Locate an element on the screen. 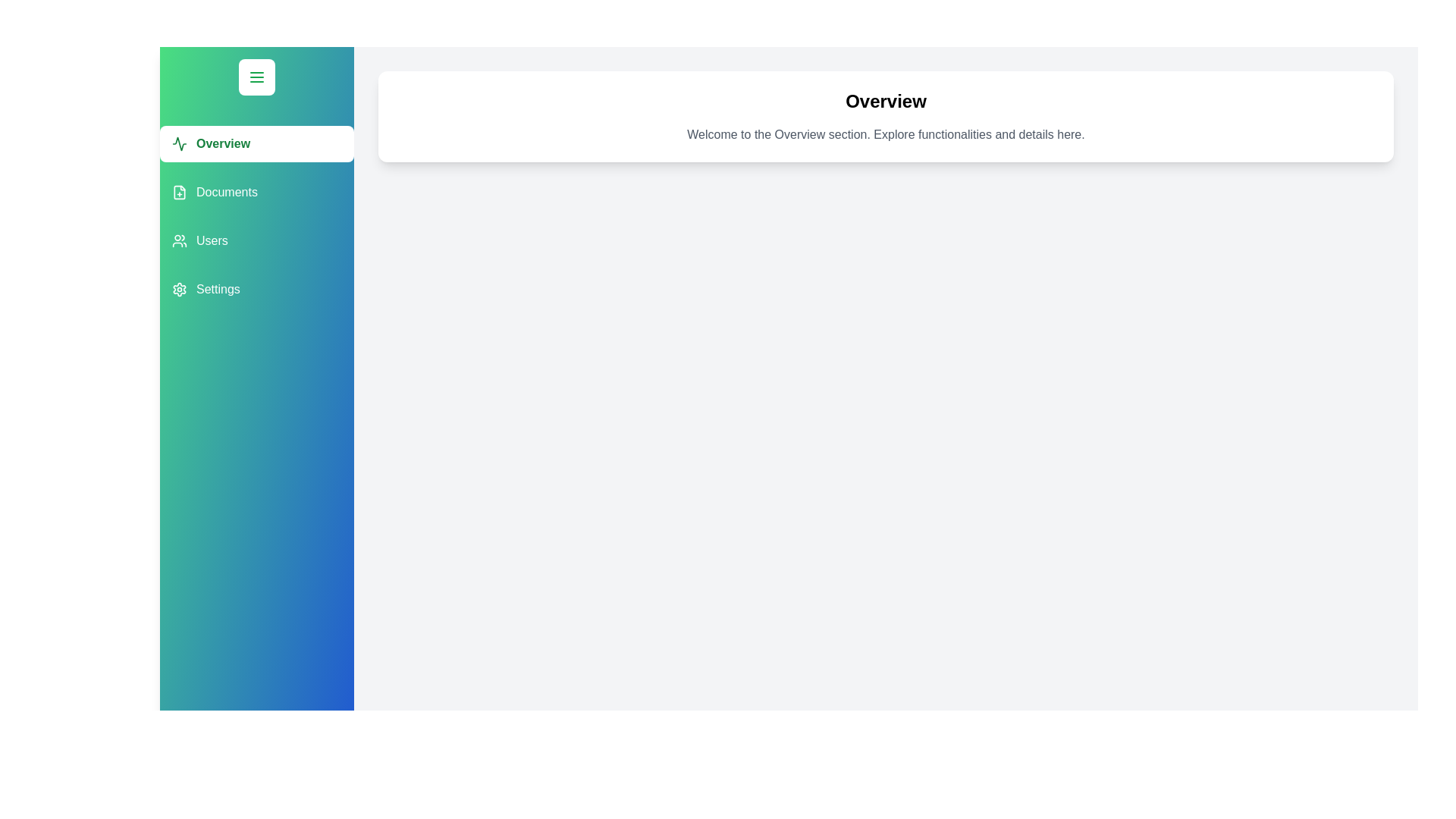 This screenshot has width=1456, height=819. the button labeled Users is located at coordinates (257, 240).